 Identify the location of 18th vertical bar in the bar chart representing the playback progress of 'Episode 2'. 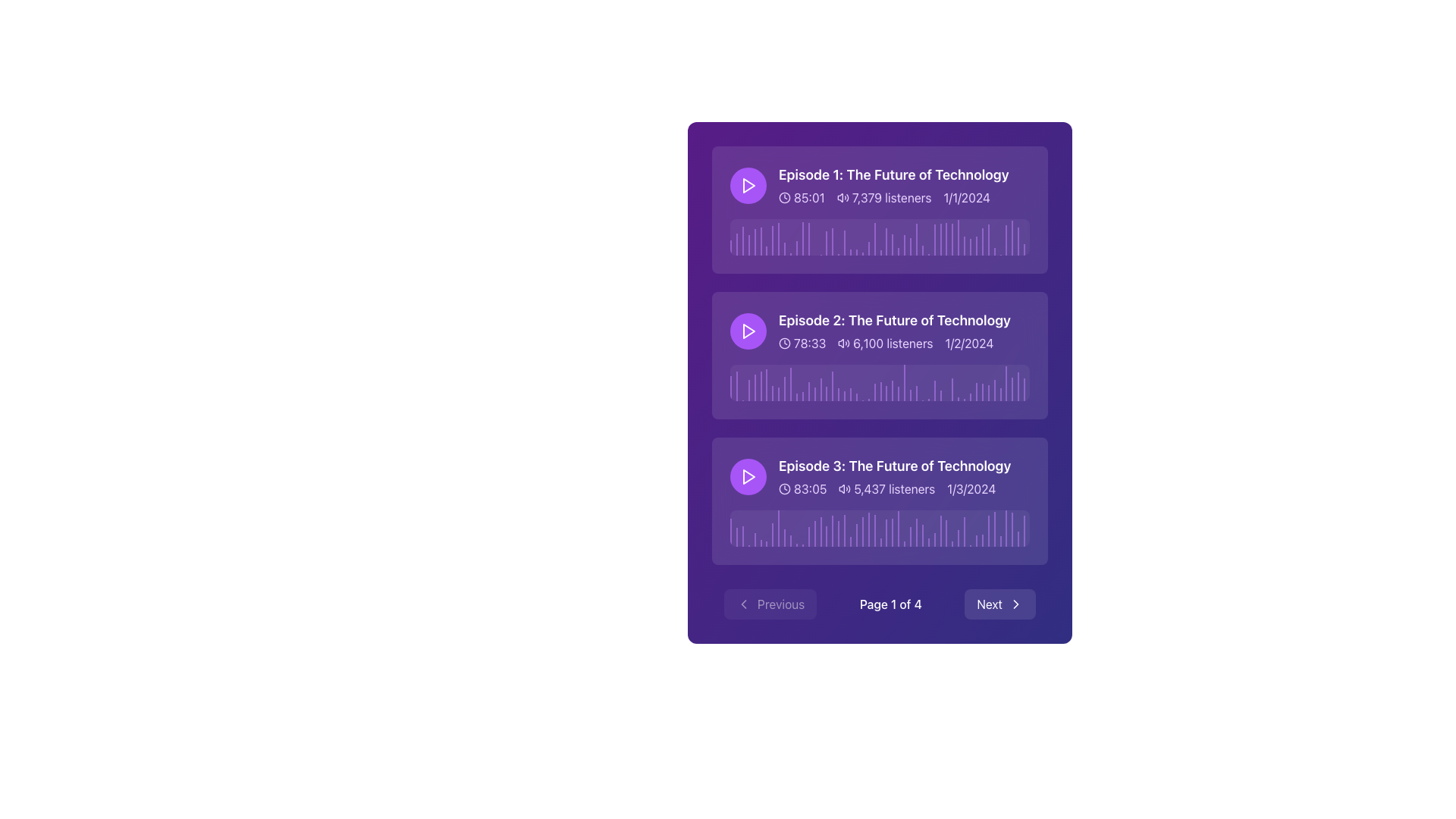
(832, 385).